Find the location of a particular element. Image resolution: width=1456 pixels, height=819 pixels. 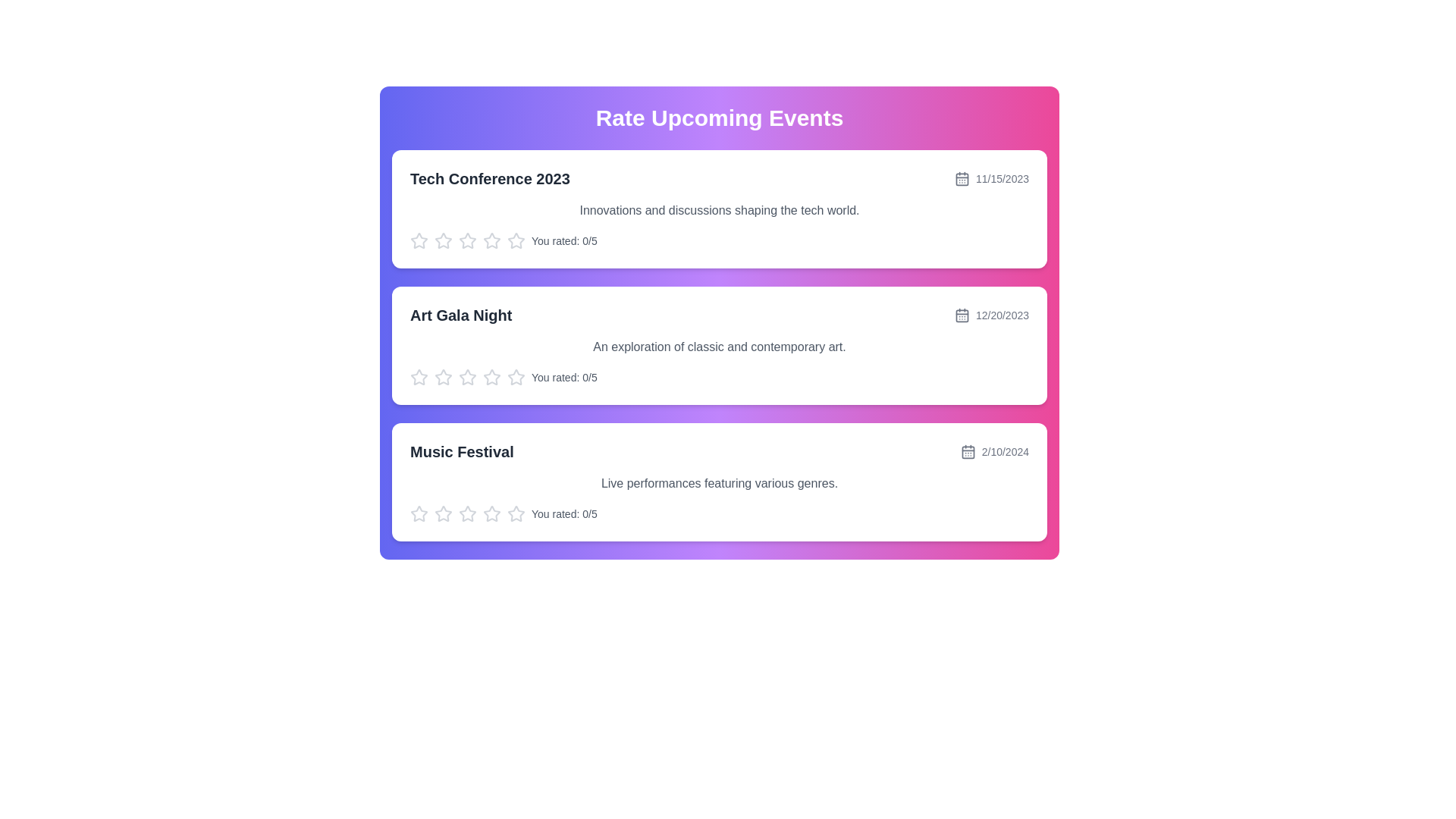

the calendar icon located in the top-right corner of the first item in the list, adjacent to the date '11/15/2023' is located at coordinates (961, 178).